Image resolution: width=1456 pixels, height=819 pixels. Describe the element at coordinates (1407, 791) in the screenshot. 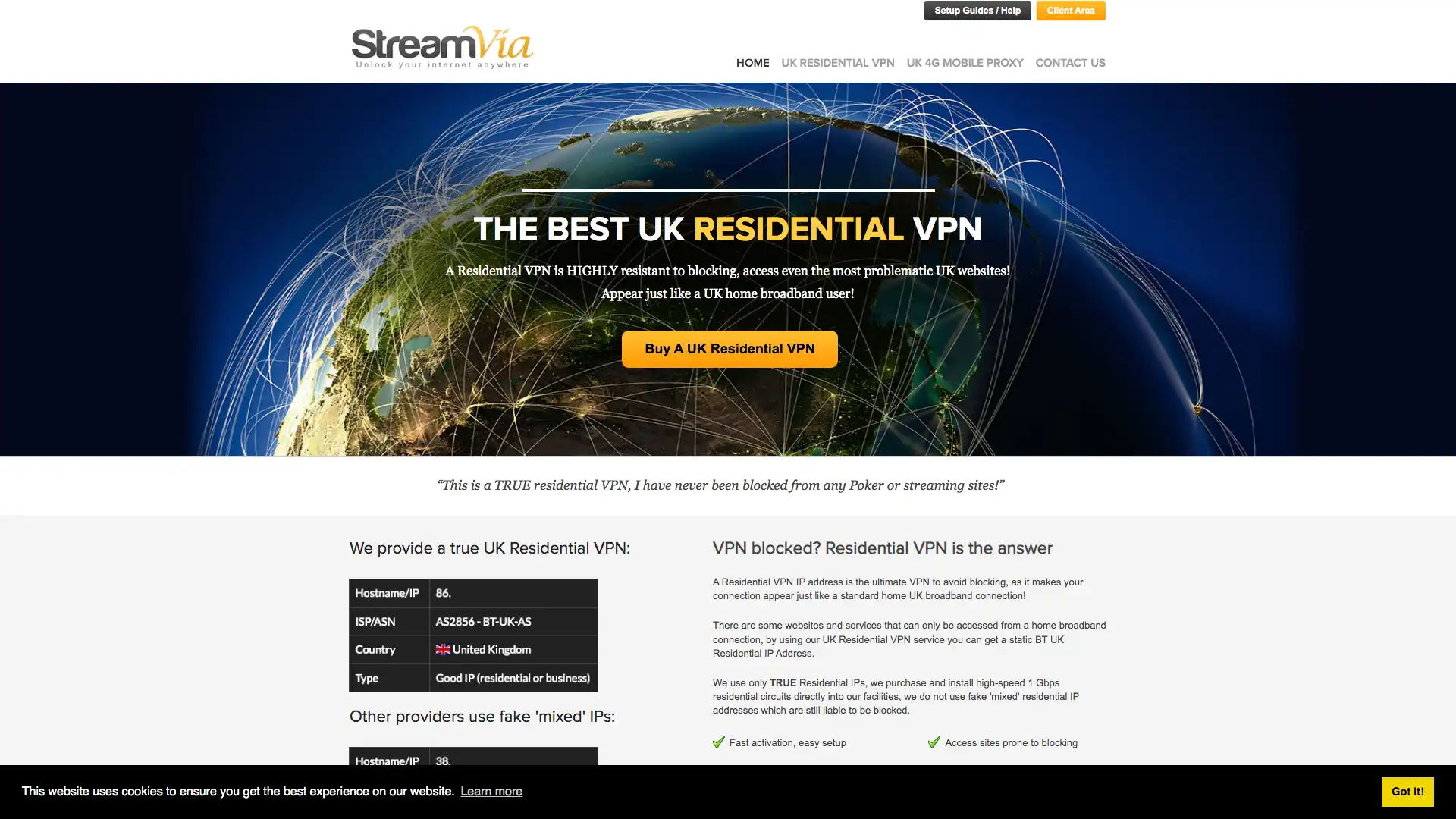

I see `dismiss cookie message` at that location.